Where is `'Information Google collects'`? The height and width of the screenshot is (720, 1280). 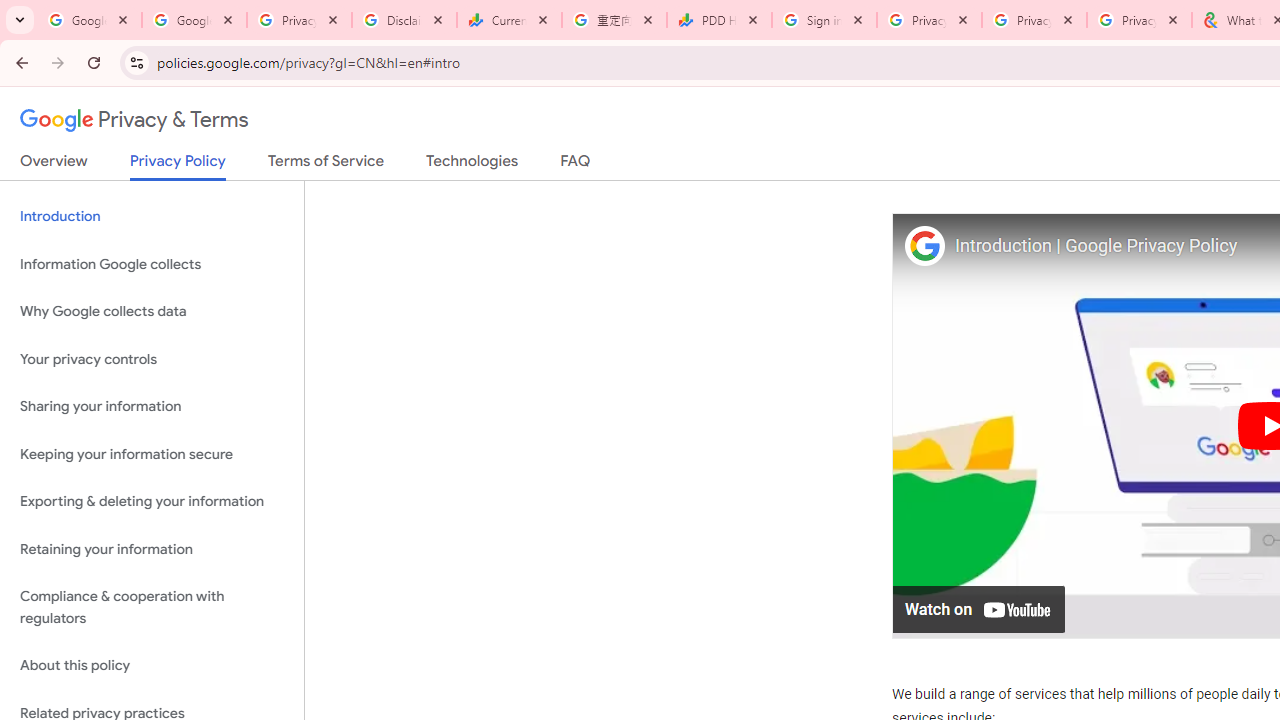 'Information Google collects' is located at coordinates (151, 263).